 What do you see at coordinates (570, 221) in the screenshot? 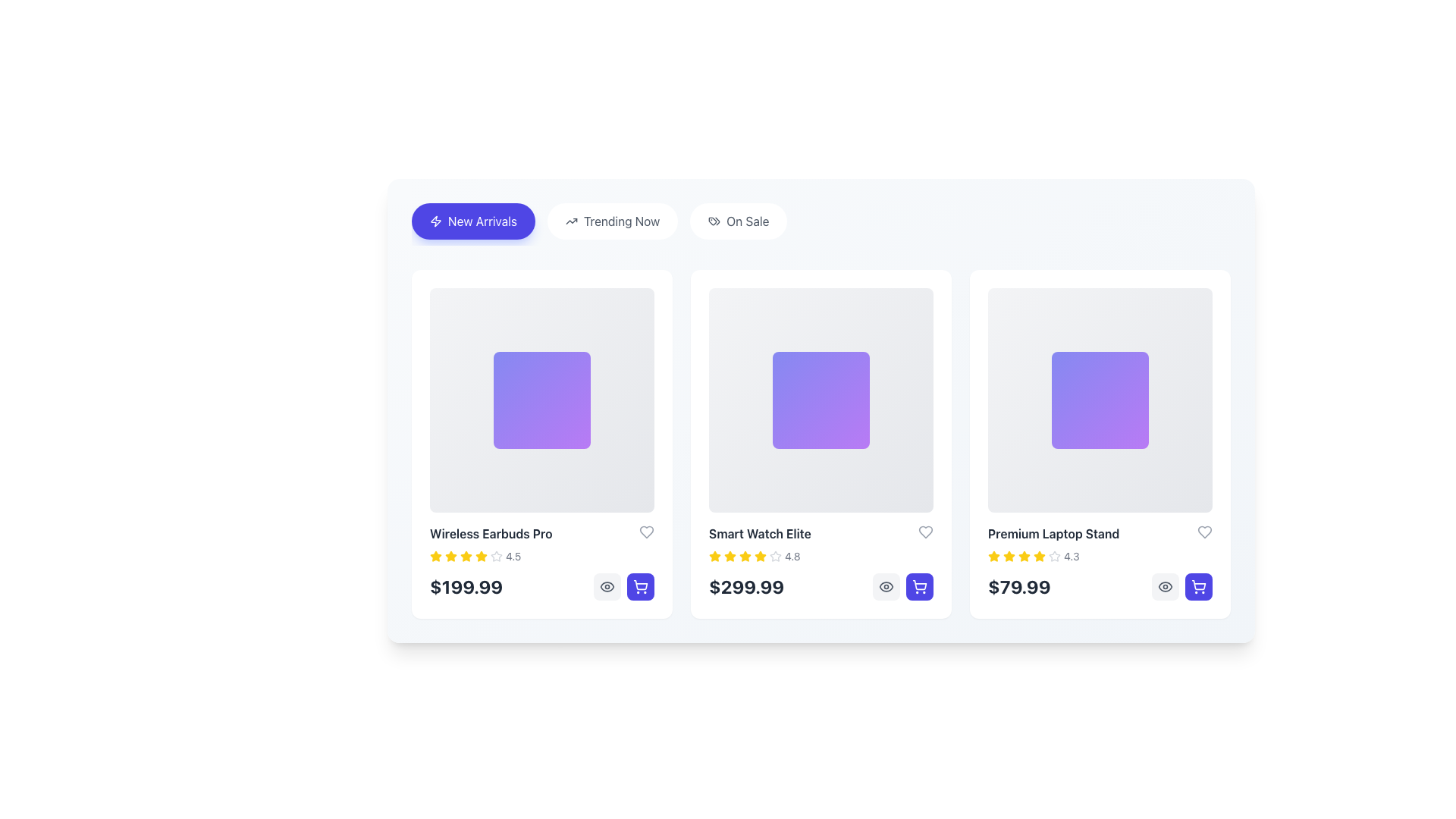
I see `the upward trend icon located to the left of the 'Trending Now' text within the button-like component in the menu bar` at bounding box center [570, 221].